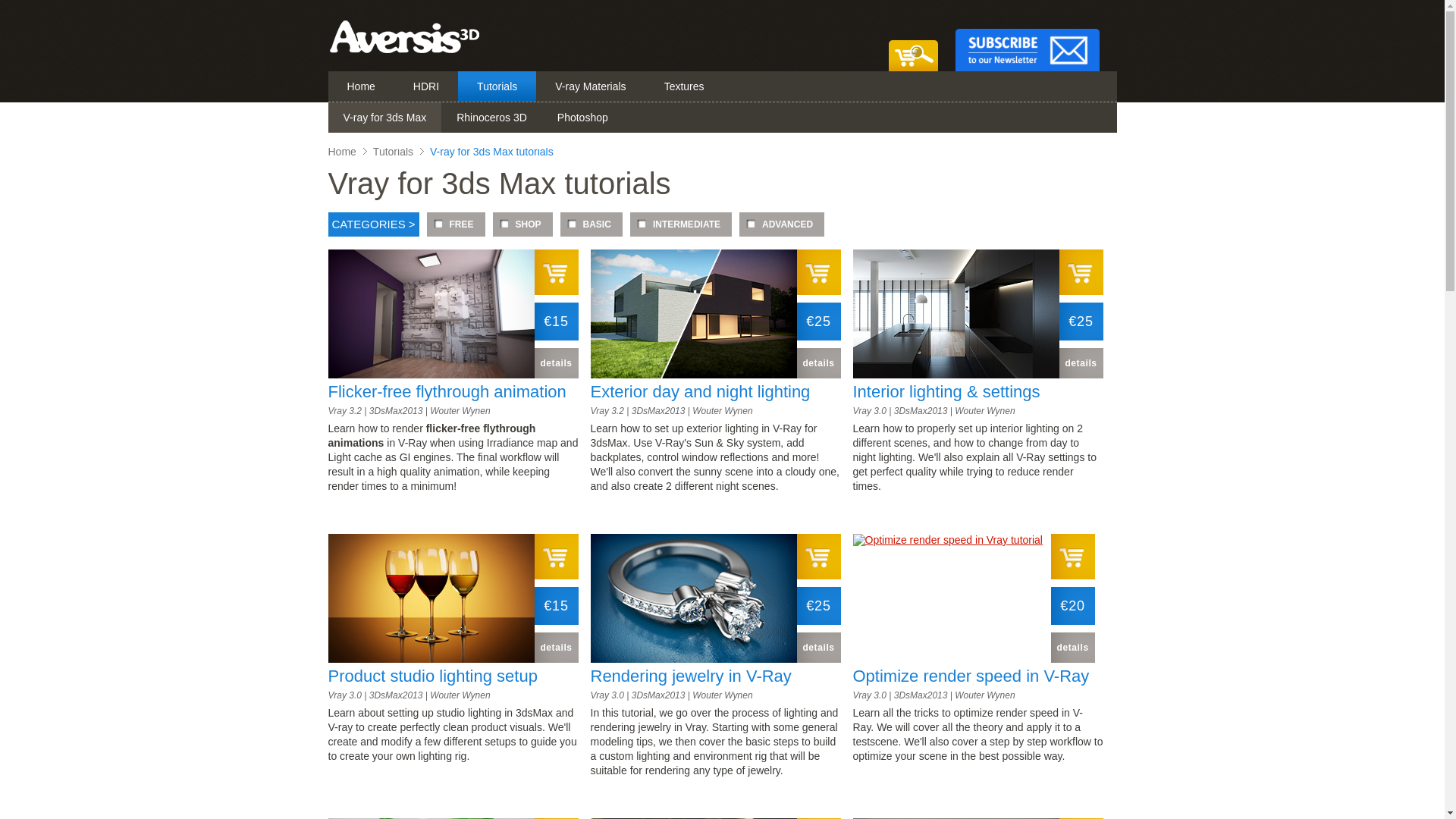 This screenshot has width=1456, height=819. I want to click on 'Flicker-free flythrough animation', so click(446, 391).